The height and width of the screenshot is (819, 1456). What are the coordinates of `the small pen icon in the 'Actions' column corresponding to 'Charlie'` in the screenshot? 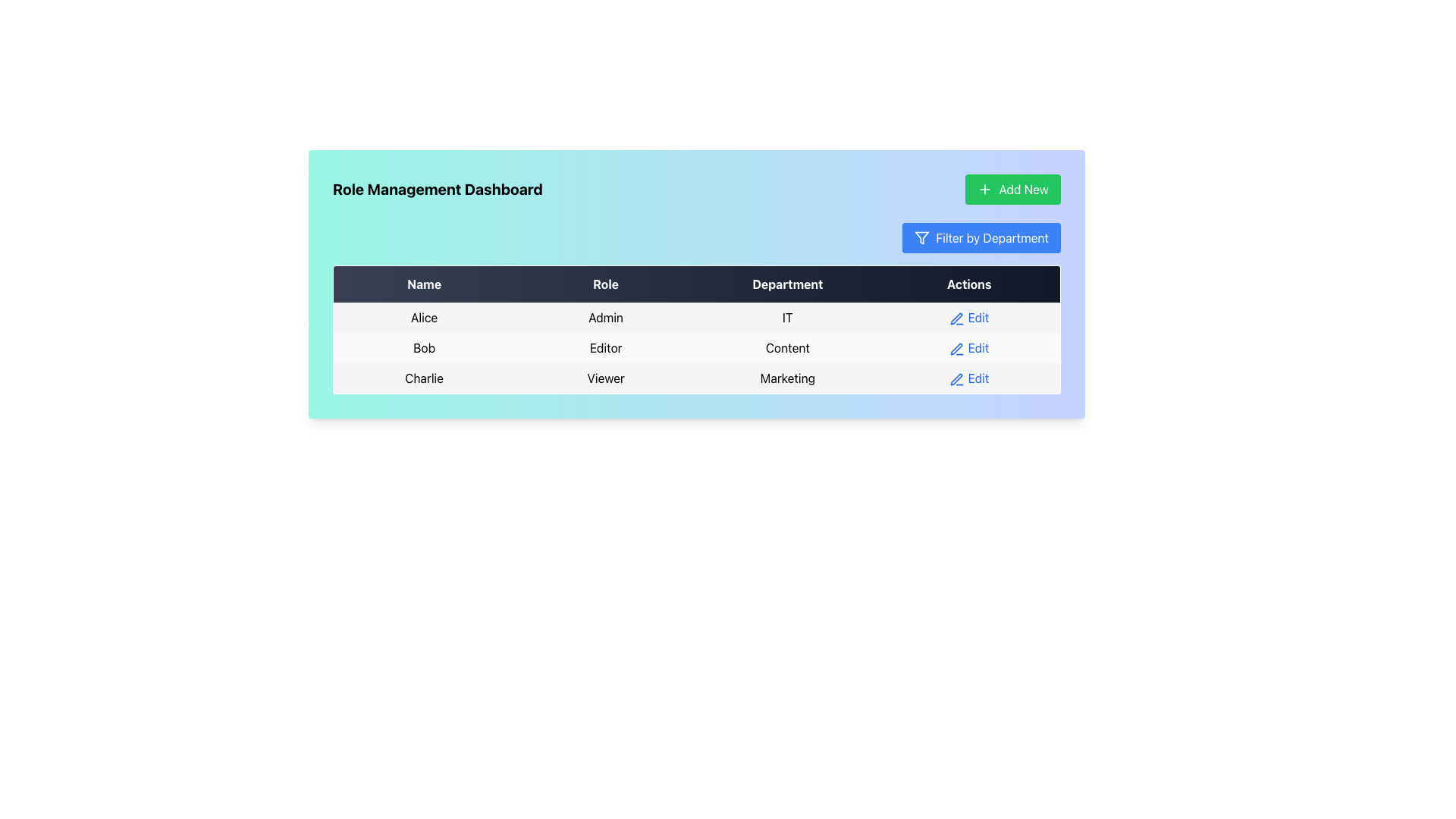 It's located at (956, 378).